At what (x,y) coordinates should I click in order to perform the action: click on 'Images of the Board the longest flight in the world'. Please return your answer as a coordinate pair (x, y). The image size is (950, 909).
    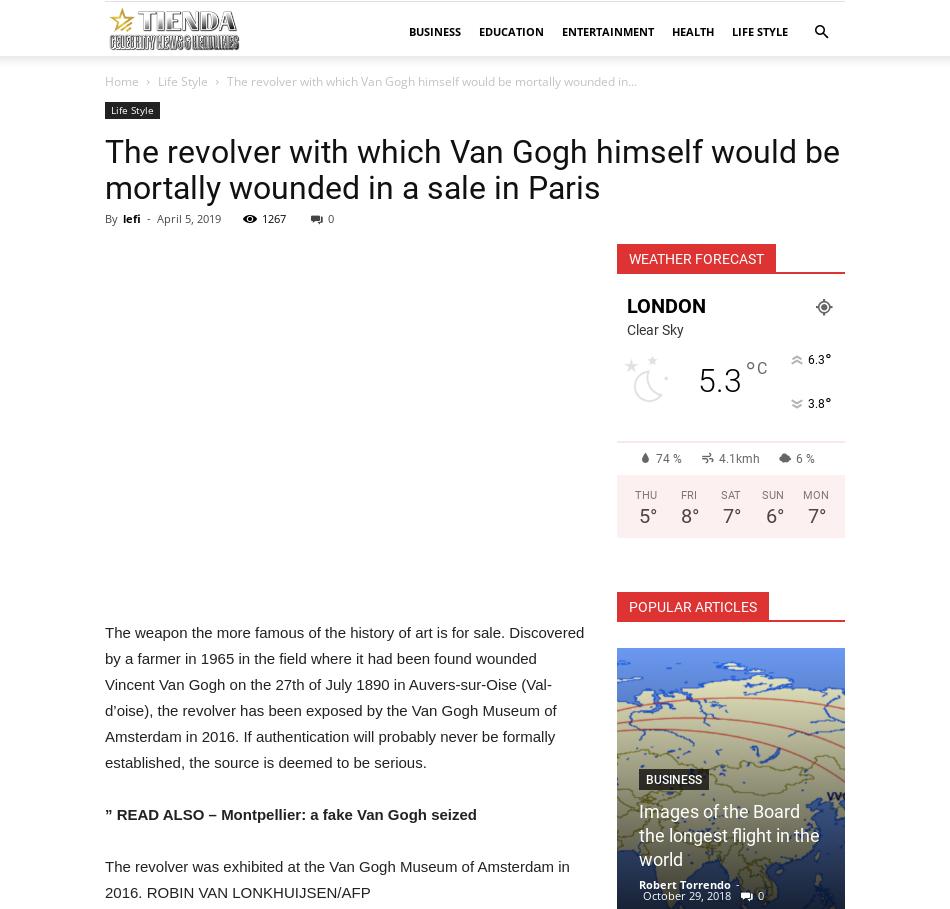
    Looking at the image, I should click on (728, 835).